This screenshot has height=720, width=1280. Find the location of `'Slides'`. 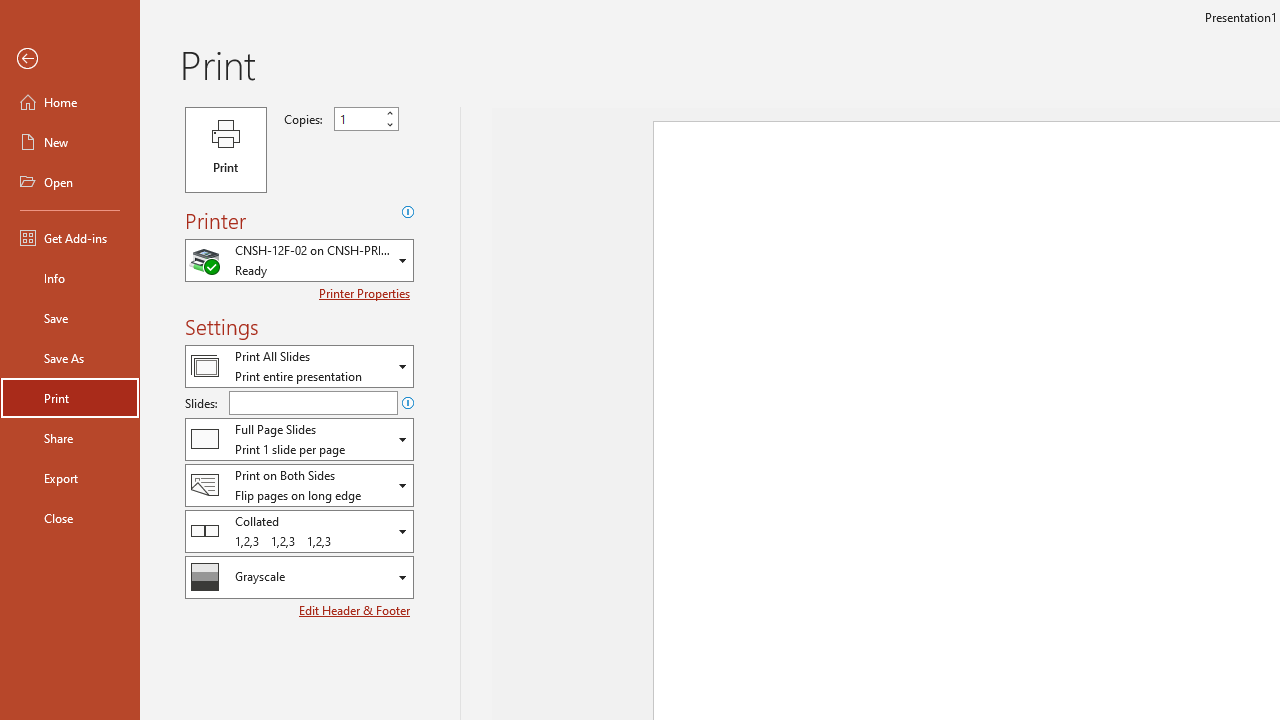

'Slides' is located at coordinates (312, 402).